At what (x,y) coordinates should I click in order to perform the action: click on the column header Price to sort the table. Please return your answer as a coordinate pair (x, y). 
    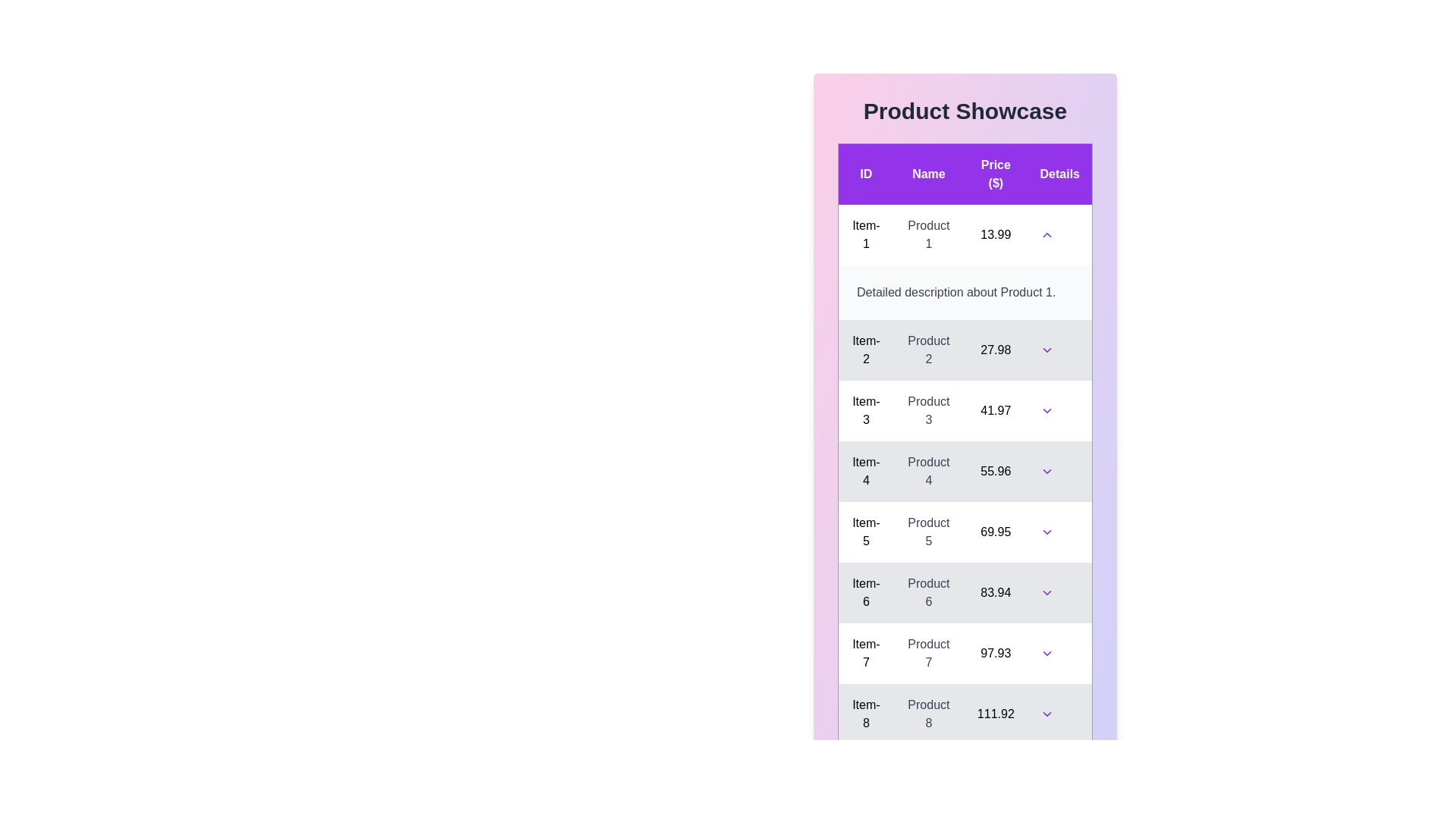
    Looking at the image, I should click on (996, 173).